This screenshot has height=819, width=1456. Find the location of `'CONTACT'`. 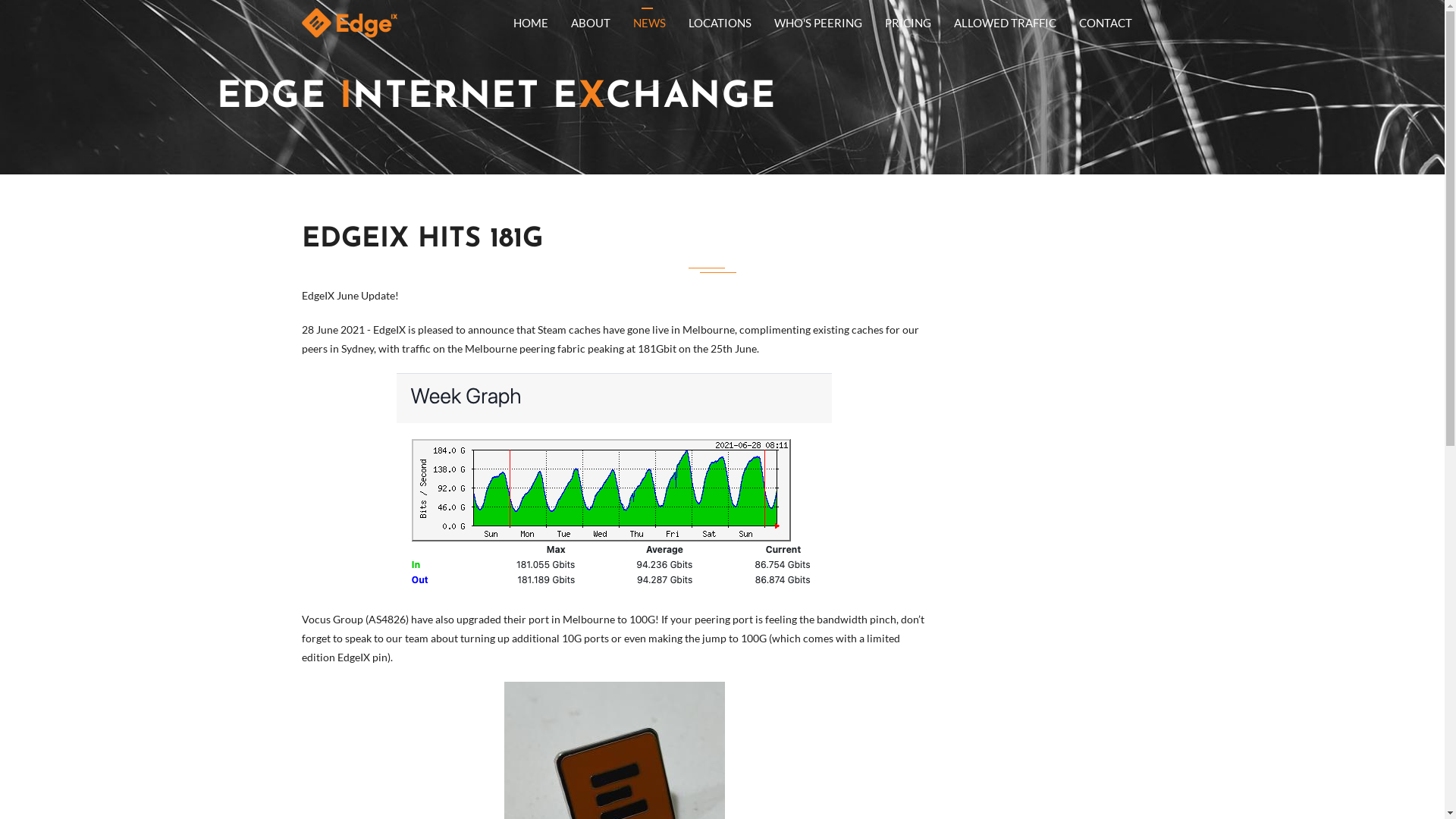

'CONTACT' is located at coordinates (1106, 23).